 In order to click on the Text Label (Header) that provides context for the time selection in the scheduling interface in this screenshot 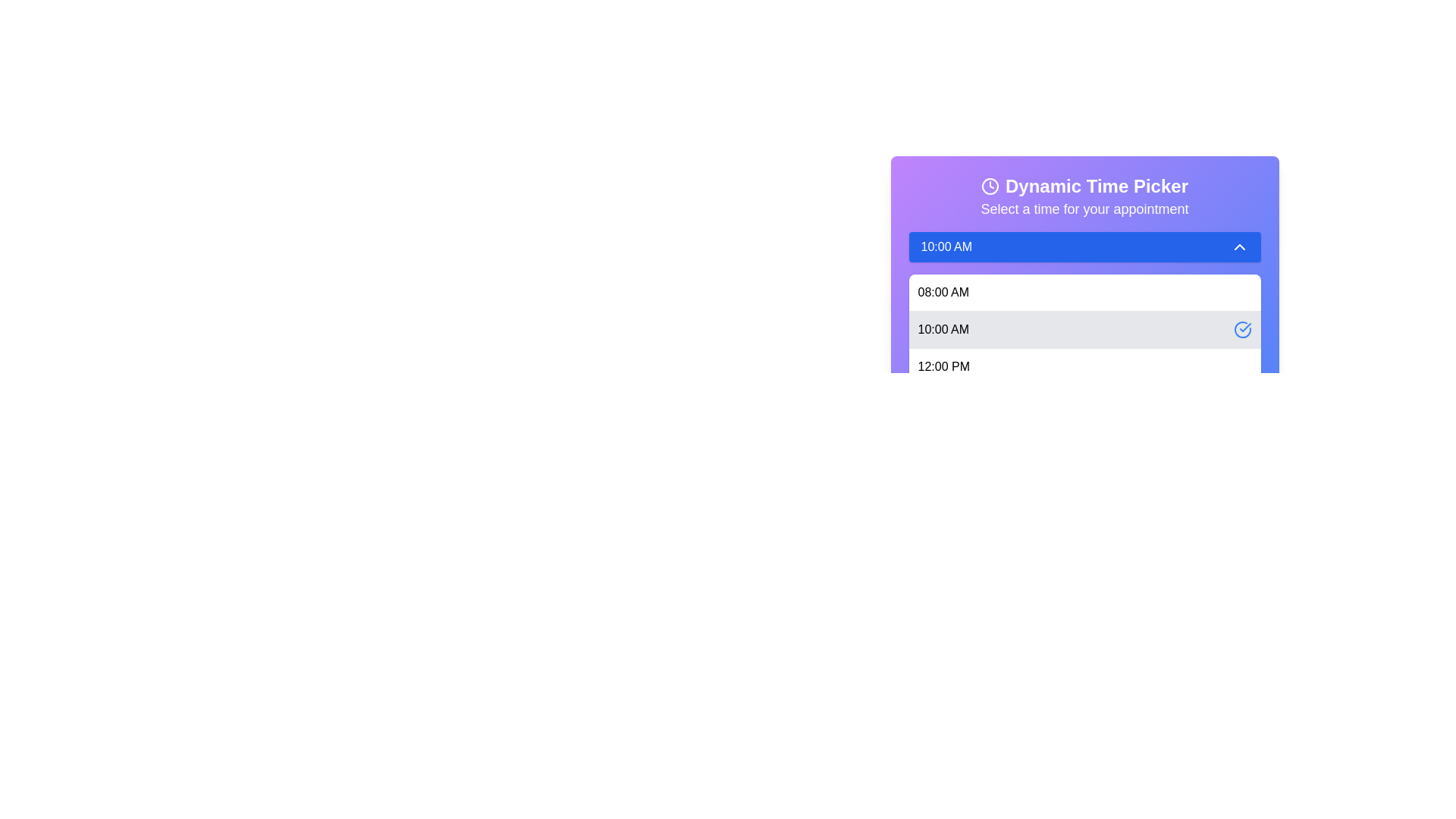, I will do `click(1097, 186)`.